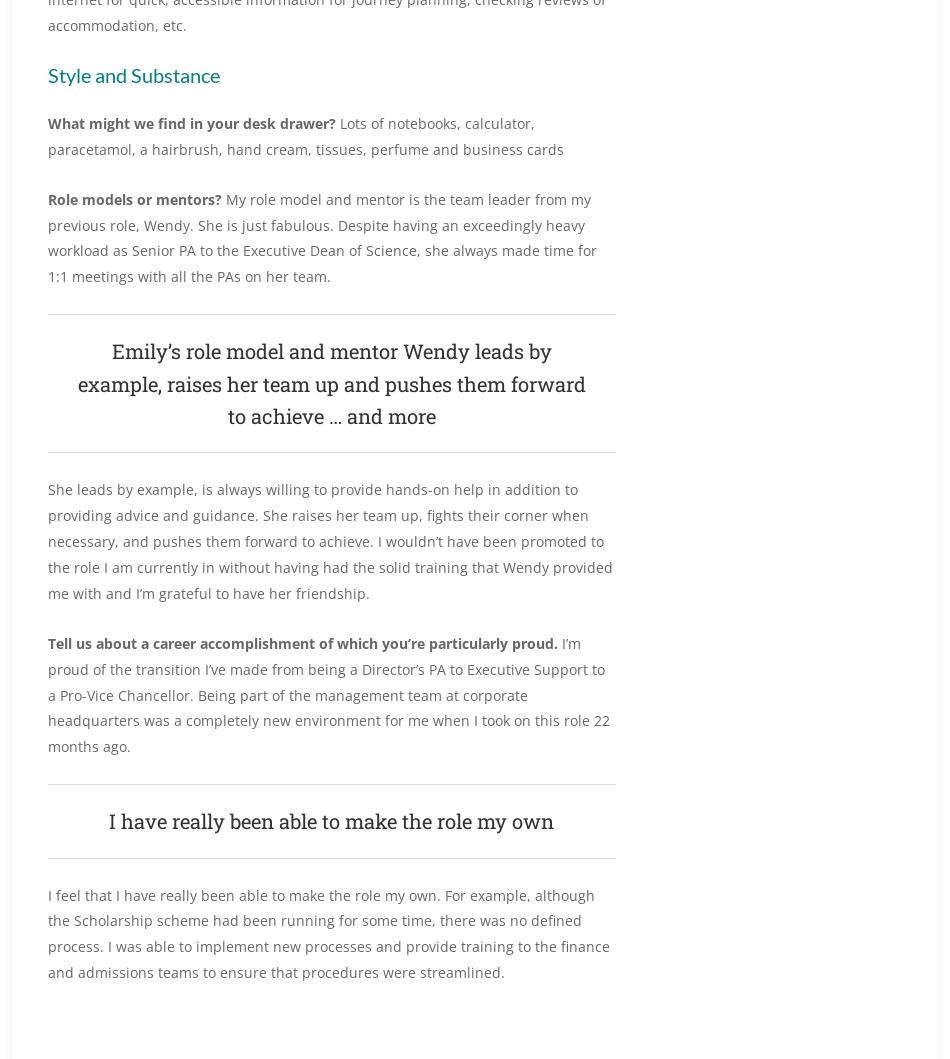  What do you see at coordinates (304, 134) in the screenshot?
I see `'Lots of notebooks, calculator, paracetamol, a hairbrush, hand cream, tissues, perfume and business cards'` at bounding box center [304, 134].